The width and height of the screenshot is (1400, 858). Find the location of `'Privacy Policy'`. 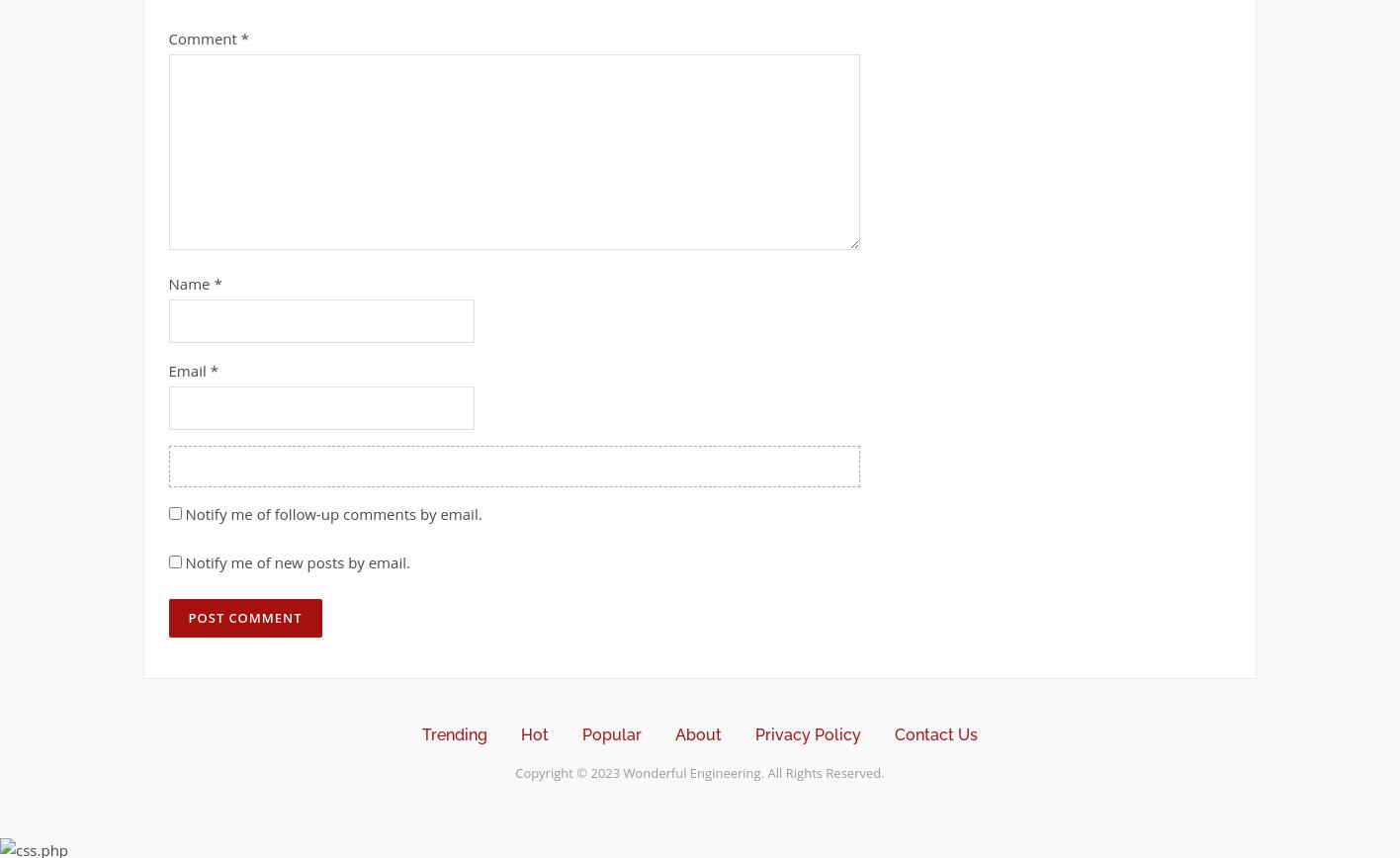

'Privacy Policy' is located at coordinates (753, 733).